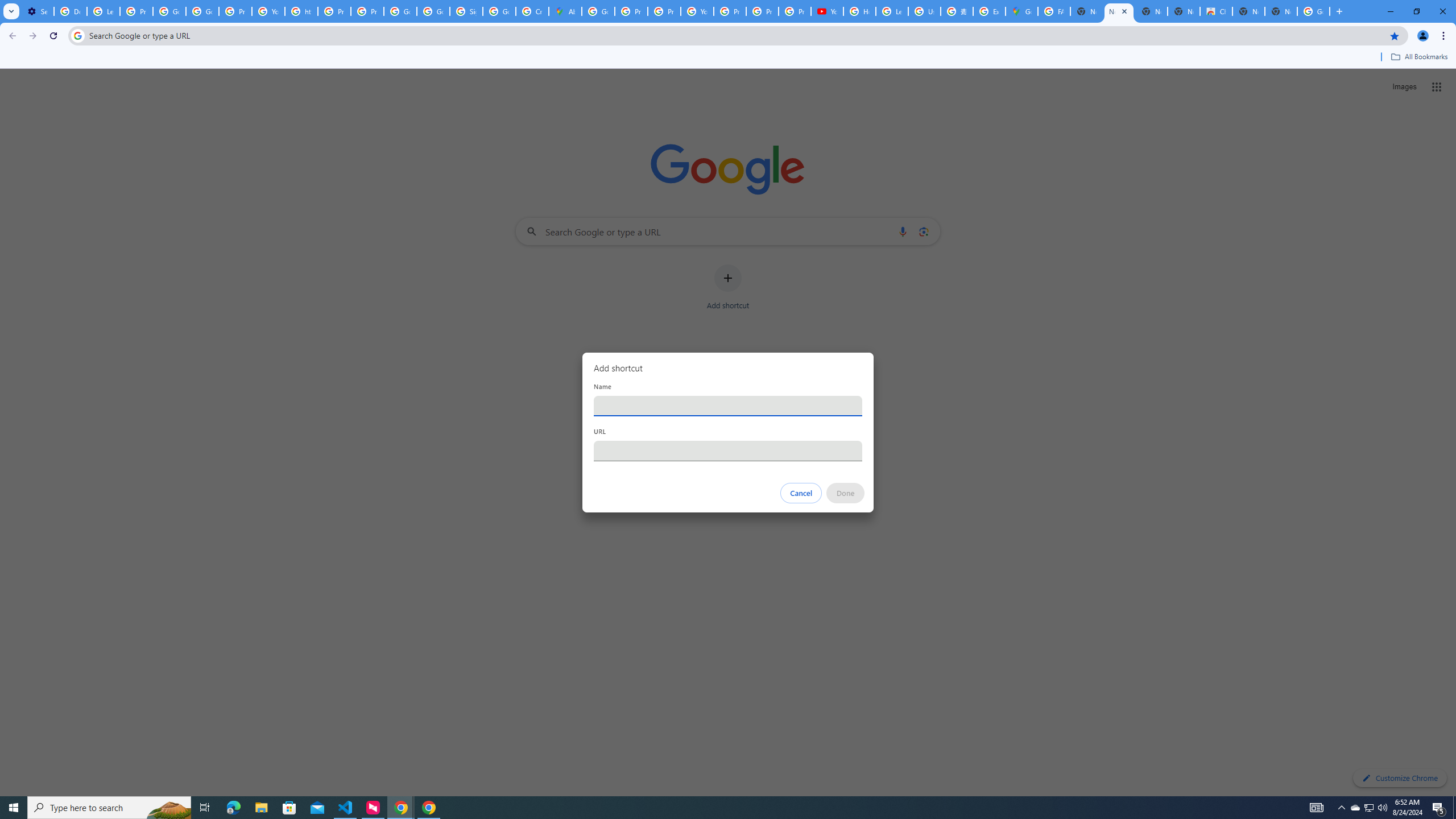 The image size is (1456, 819). Describe the element at coordinates (801, 493) in the screenshot. I see `'Cancel'` at that location.